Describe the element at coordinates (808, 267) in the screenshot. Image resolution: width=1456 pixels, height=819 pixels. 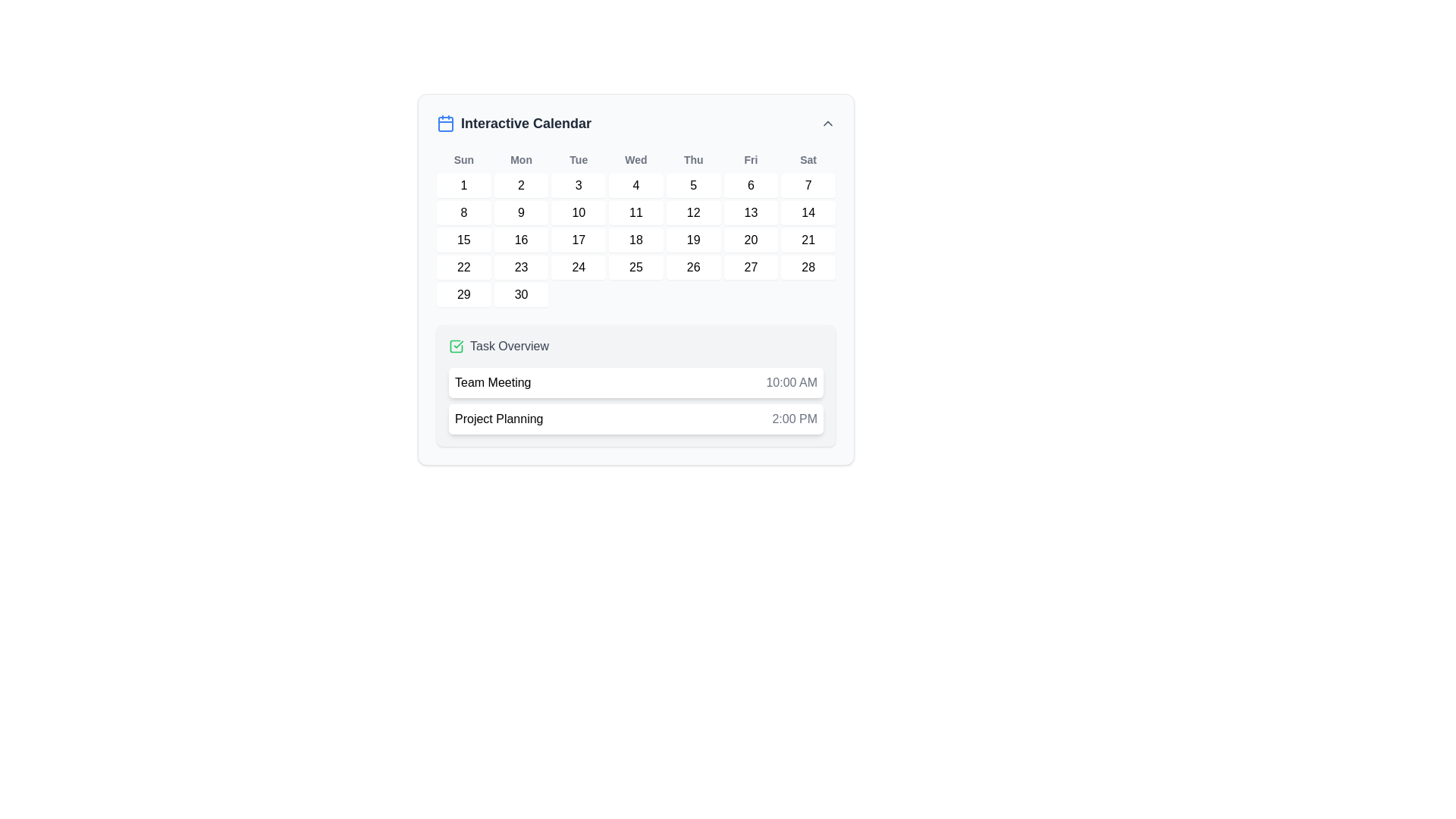
I see `the clickable button representing the date 28 in the Saturday column of the calendar interface` at that location.